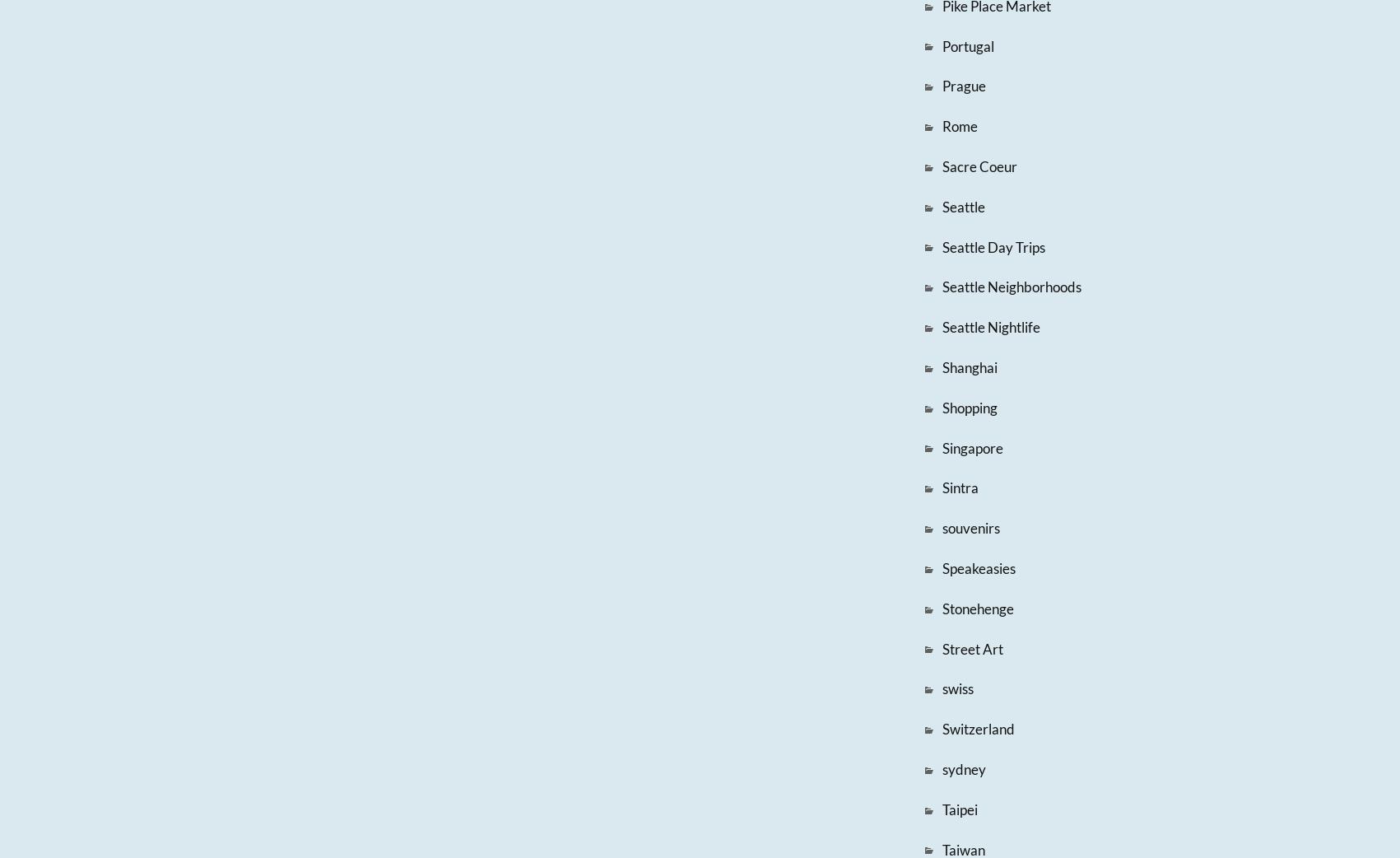 This screenshot has height=858, width=1400. I want to click on 'Shopping', so click(968, 407).